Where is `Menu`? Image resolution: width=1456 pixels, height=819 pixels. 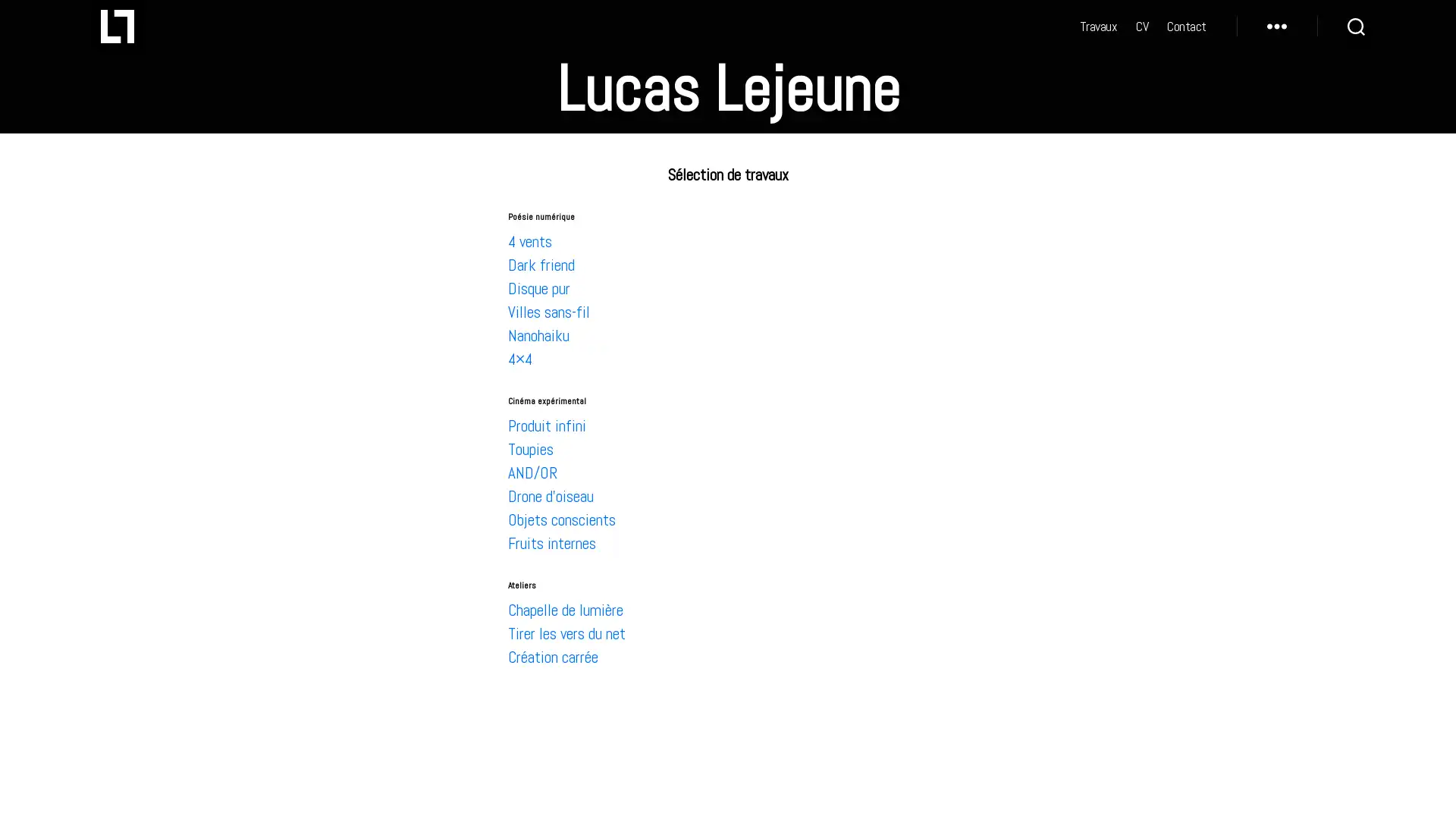 Menu is located at coordinates (1276, 34).